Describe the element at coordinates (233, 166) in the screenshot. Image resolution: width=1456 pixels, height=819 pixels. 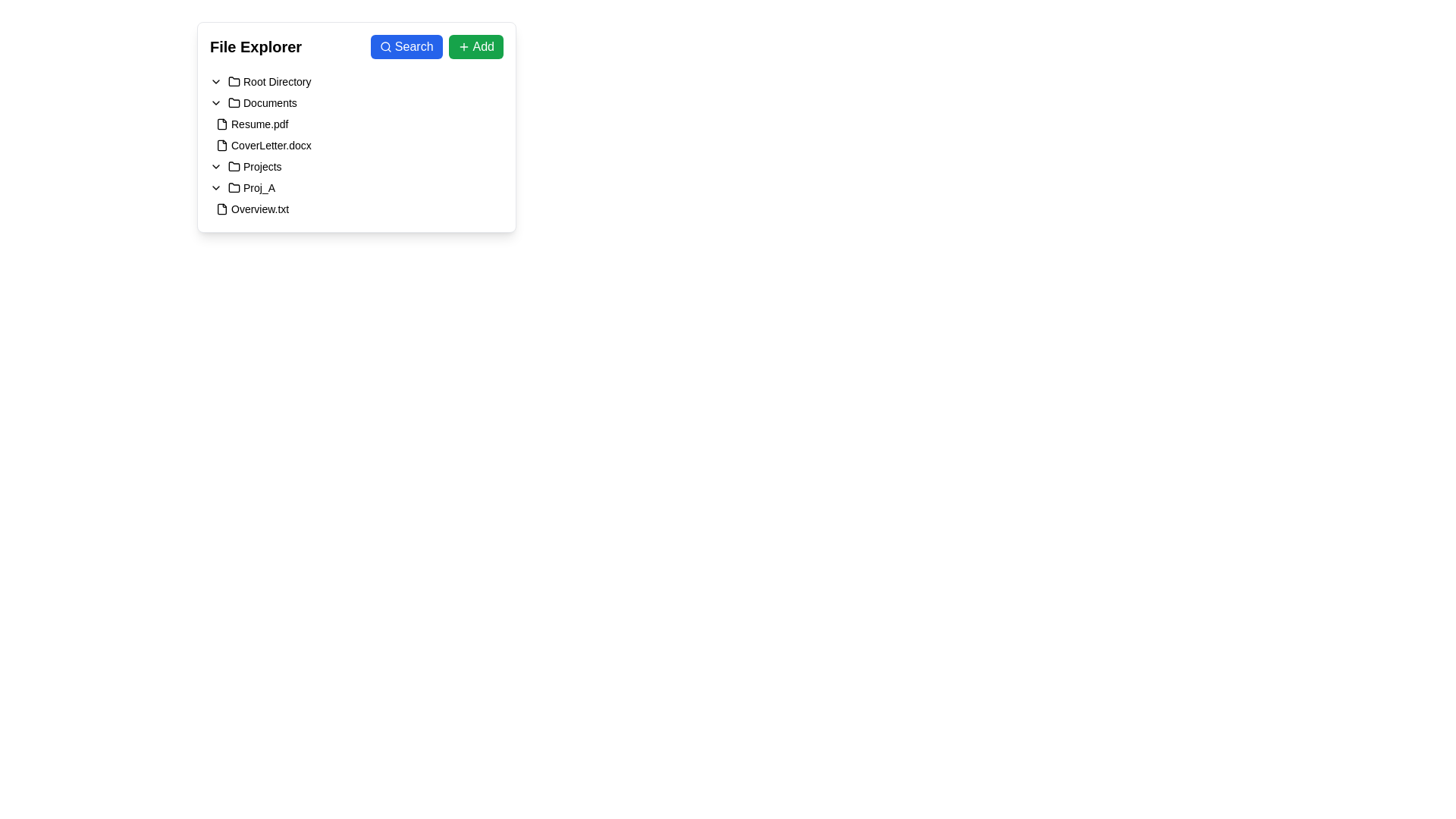
I see `the Folder Icon representing the 'Projects' directory` at that location.